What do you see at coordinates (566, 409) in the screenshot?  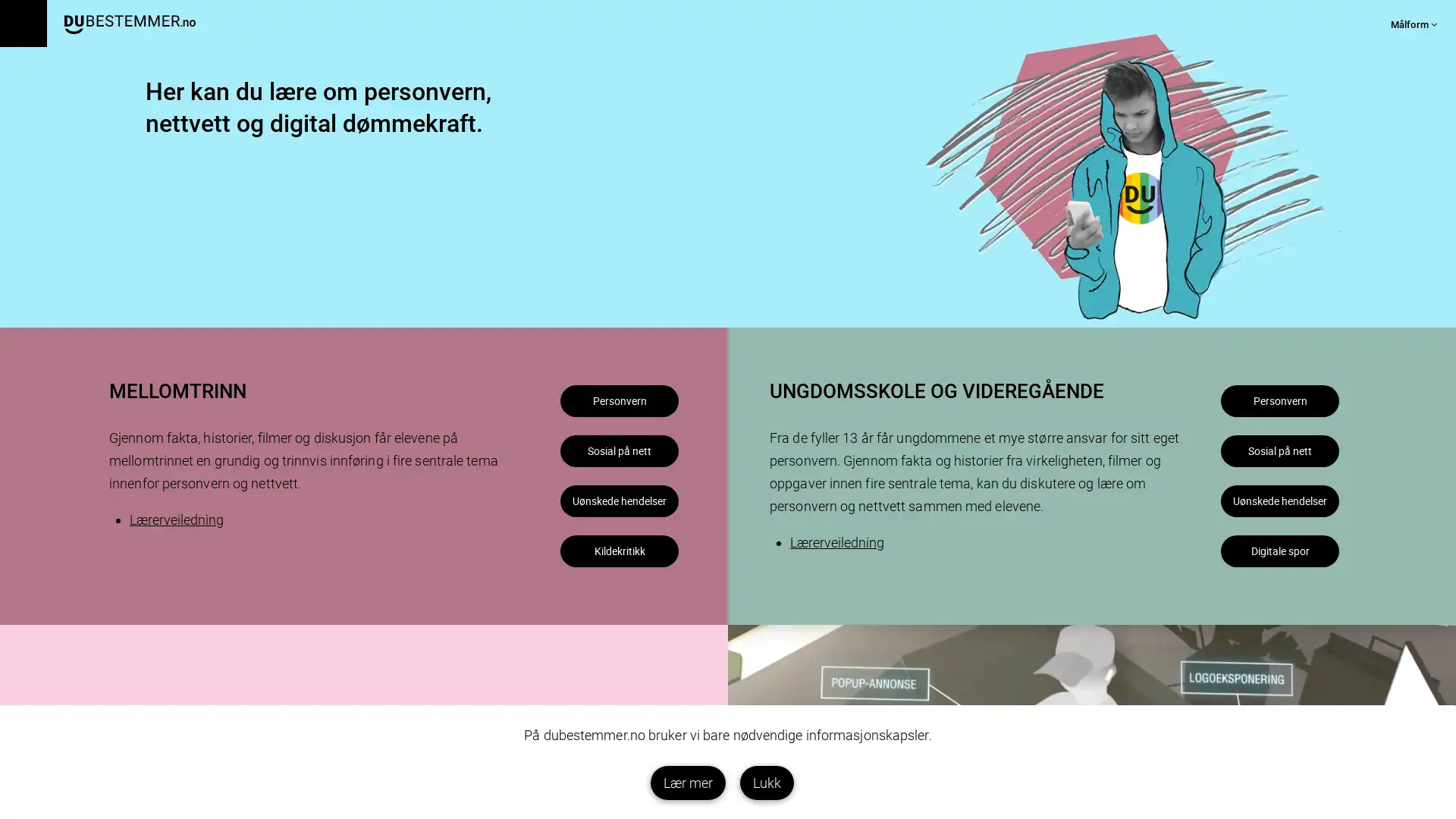 I see `Personvern` at bounding box center [566, 409].